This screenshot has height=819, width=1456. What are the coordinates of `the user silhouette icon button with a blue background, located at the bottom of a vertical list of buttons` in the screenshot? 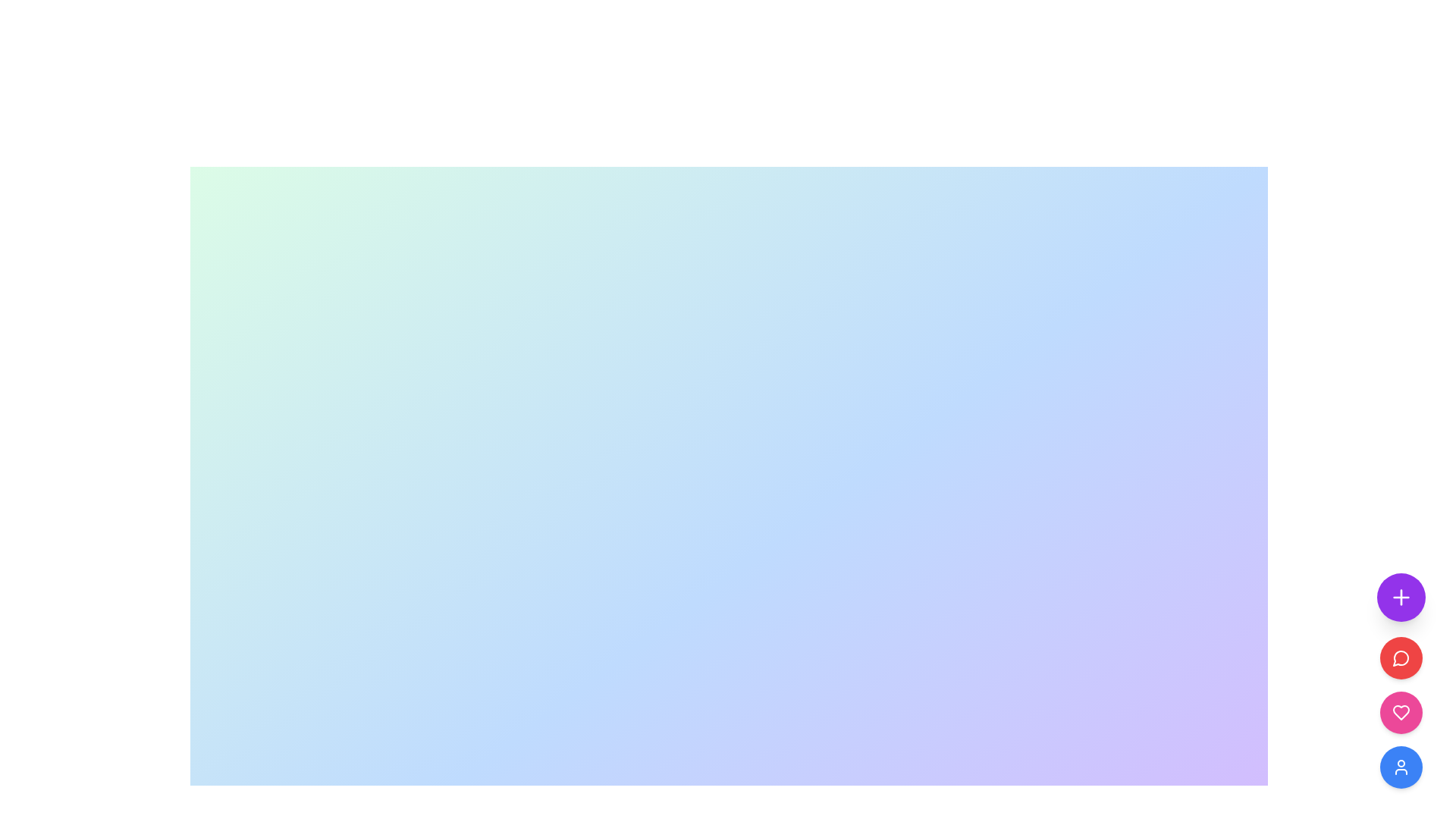 It's located at (1401, 767).